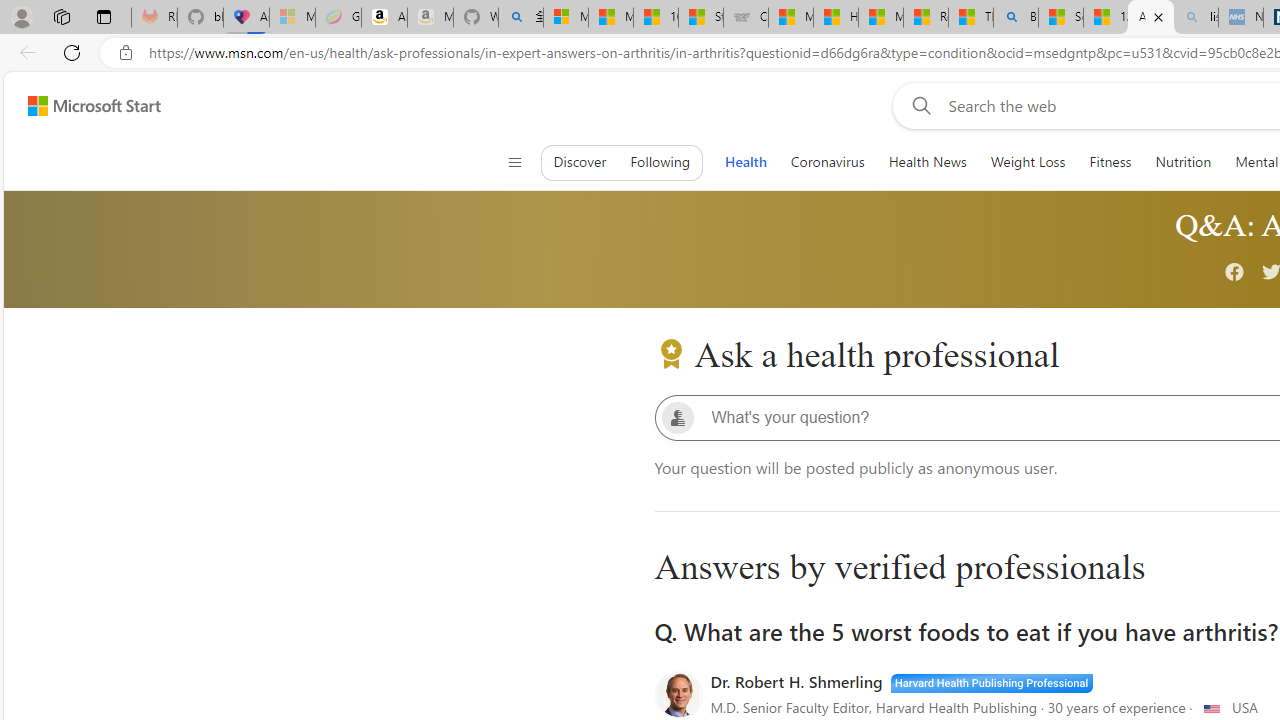 The width and height of the screenshot is (1280, 720). What do you see at coordinates (678, 694) in the screenshot?
I see `'doctorIconRound'` at bounding box center [678, 694].